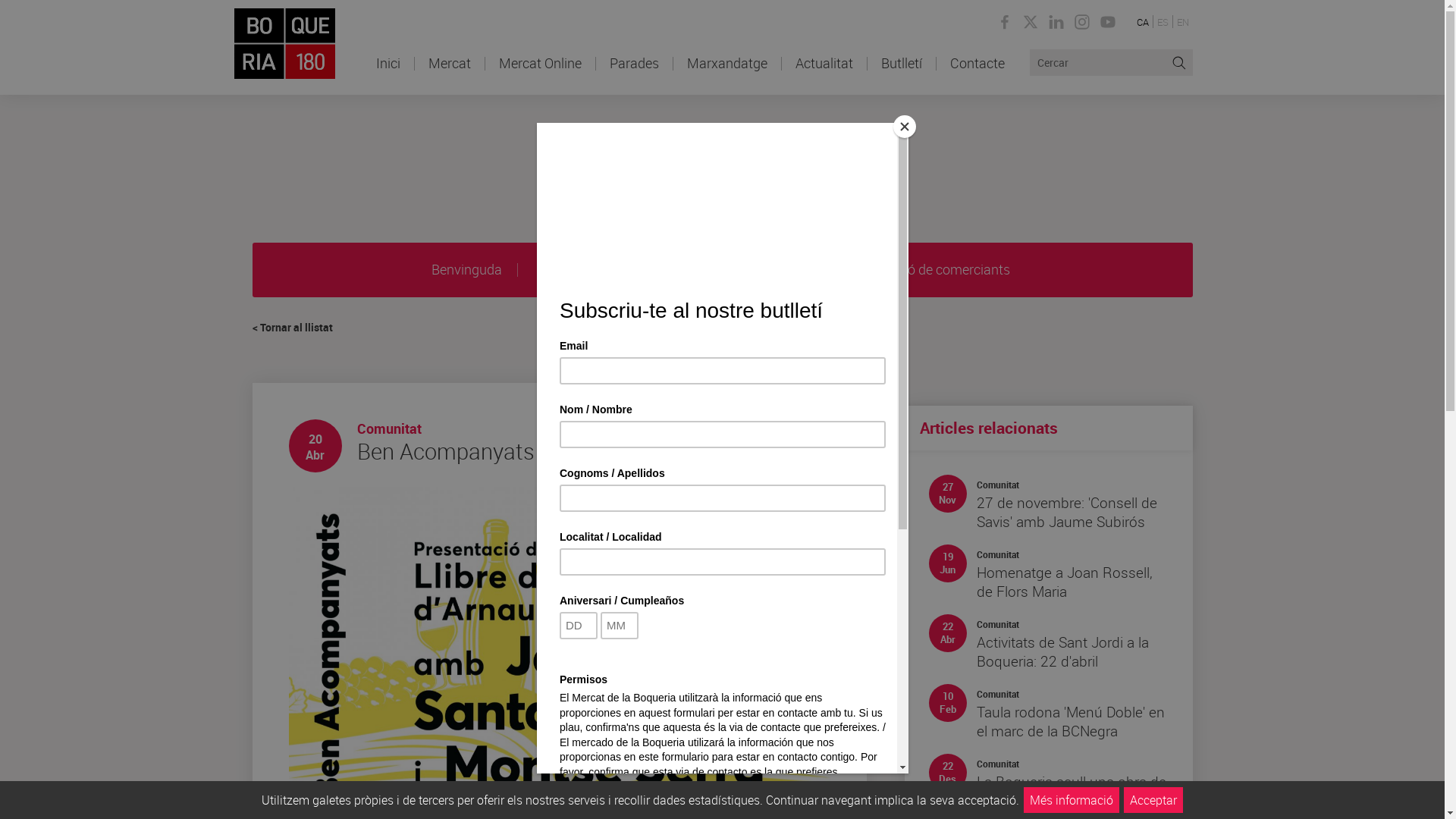 The image size is (1456, 819). I want to click on 'Homenatge a Joan Rossell, de Flors Maria', so click(1063, 581).